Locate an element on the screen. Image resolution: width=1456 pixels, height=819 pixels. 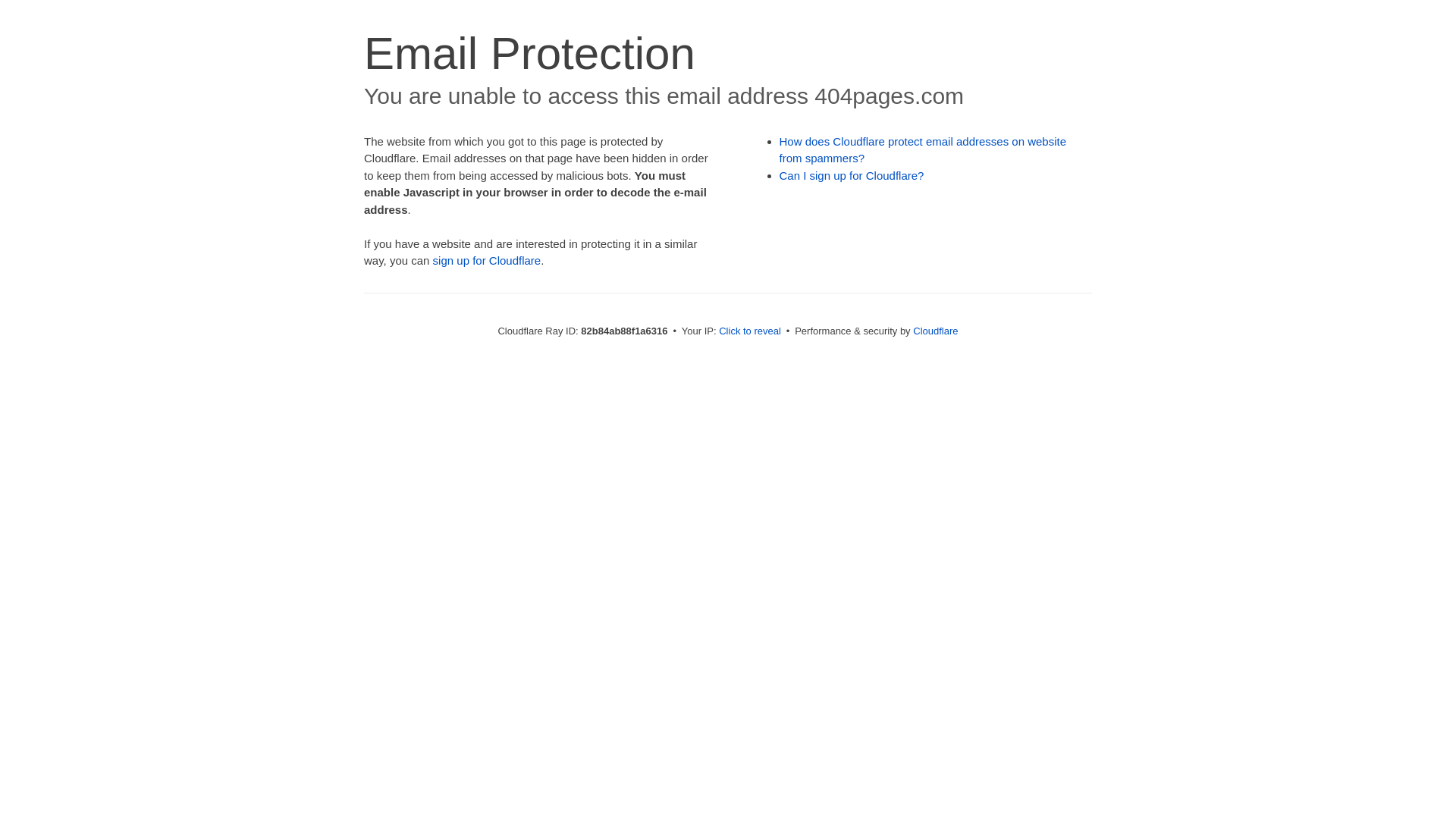
'Cloudflare' is located at coordinates (912, 330).